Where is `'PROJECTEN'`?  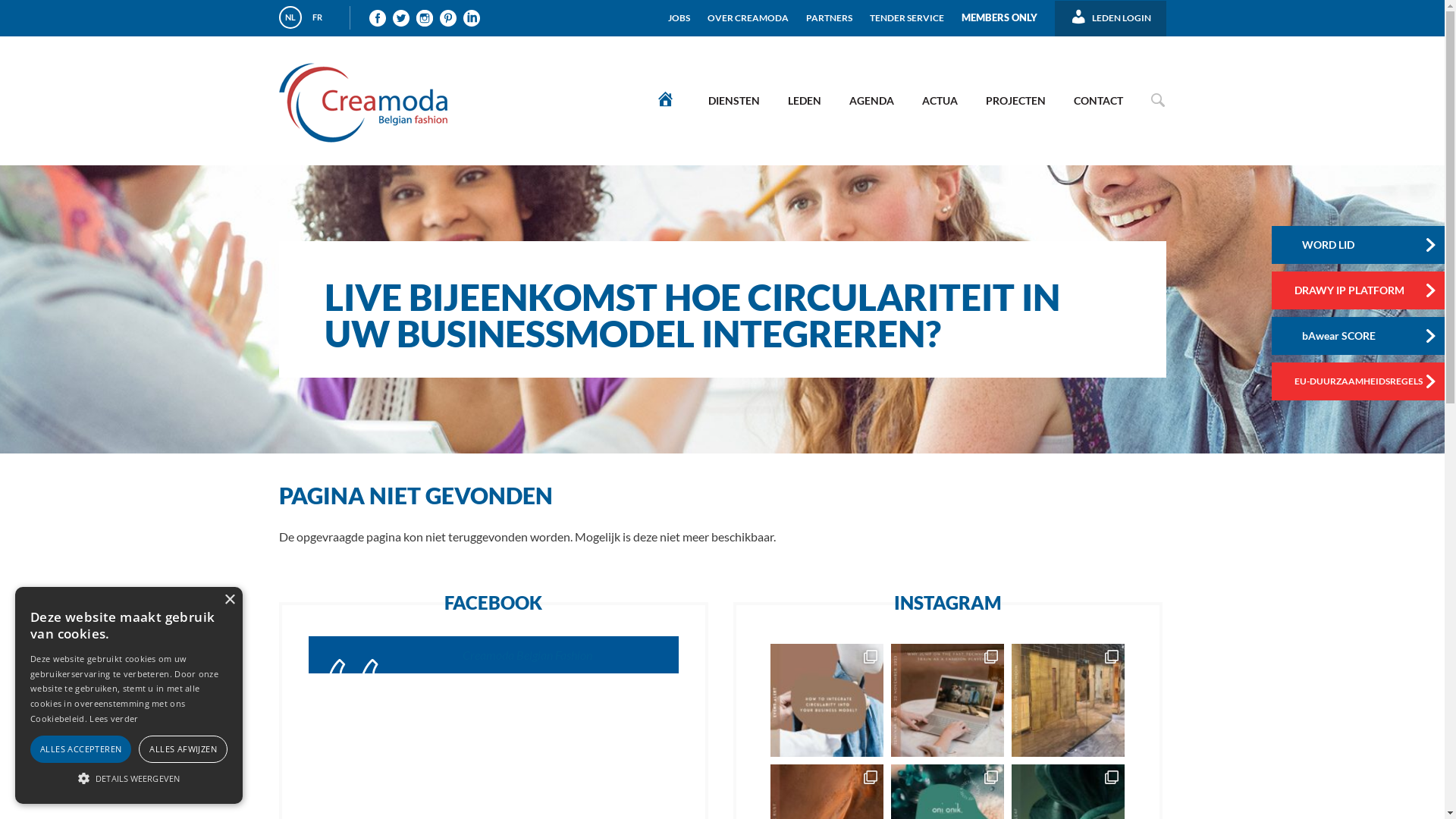
'PROJECTEN' is located at coordinates (1015, 100).